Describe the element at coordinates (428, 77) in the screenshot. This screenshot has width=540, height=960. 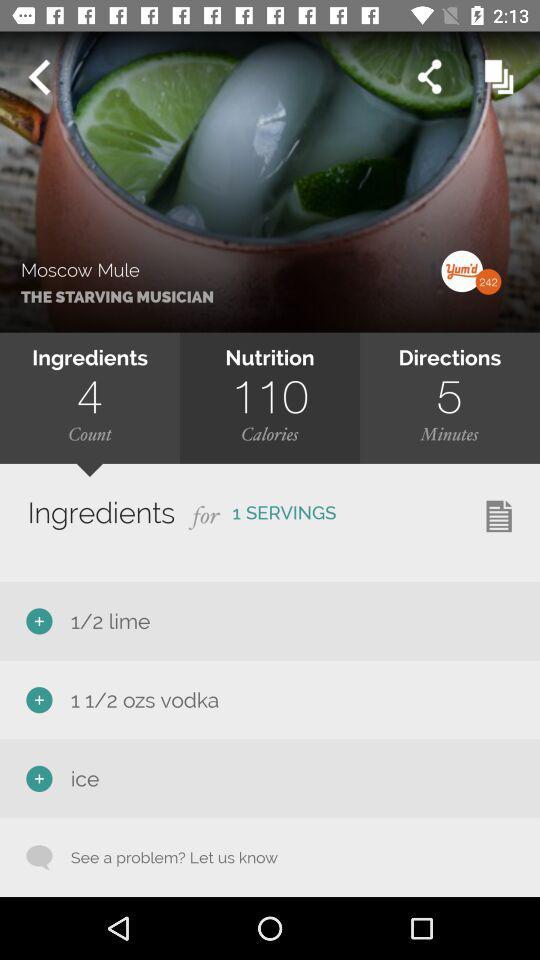
I see `share this page` at that location.